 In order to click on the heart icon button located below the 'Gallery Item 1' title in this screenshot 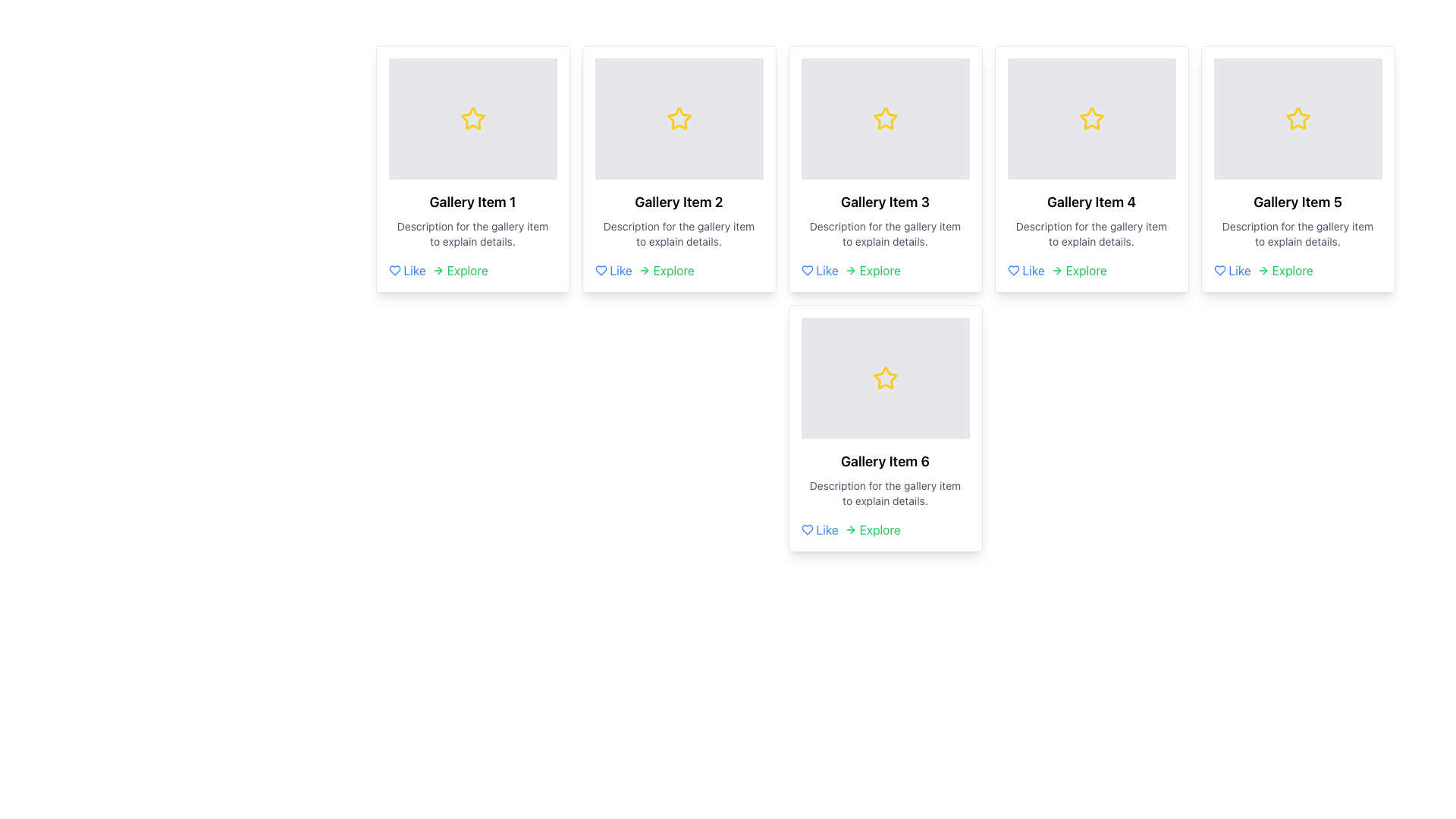, I will do `click(394, 270)`.